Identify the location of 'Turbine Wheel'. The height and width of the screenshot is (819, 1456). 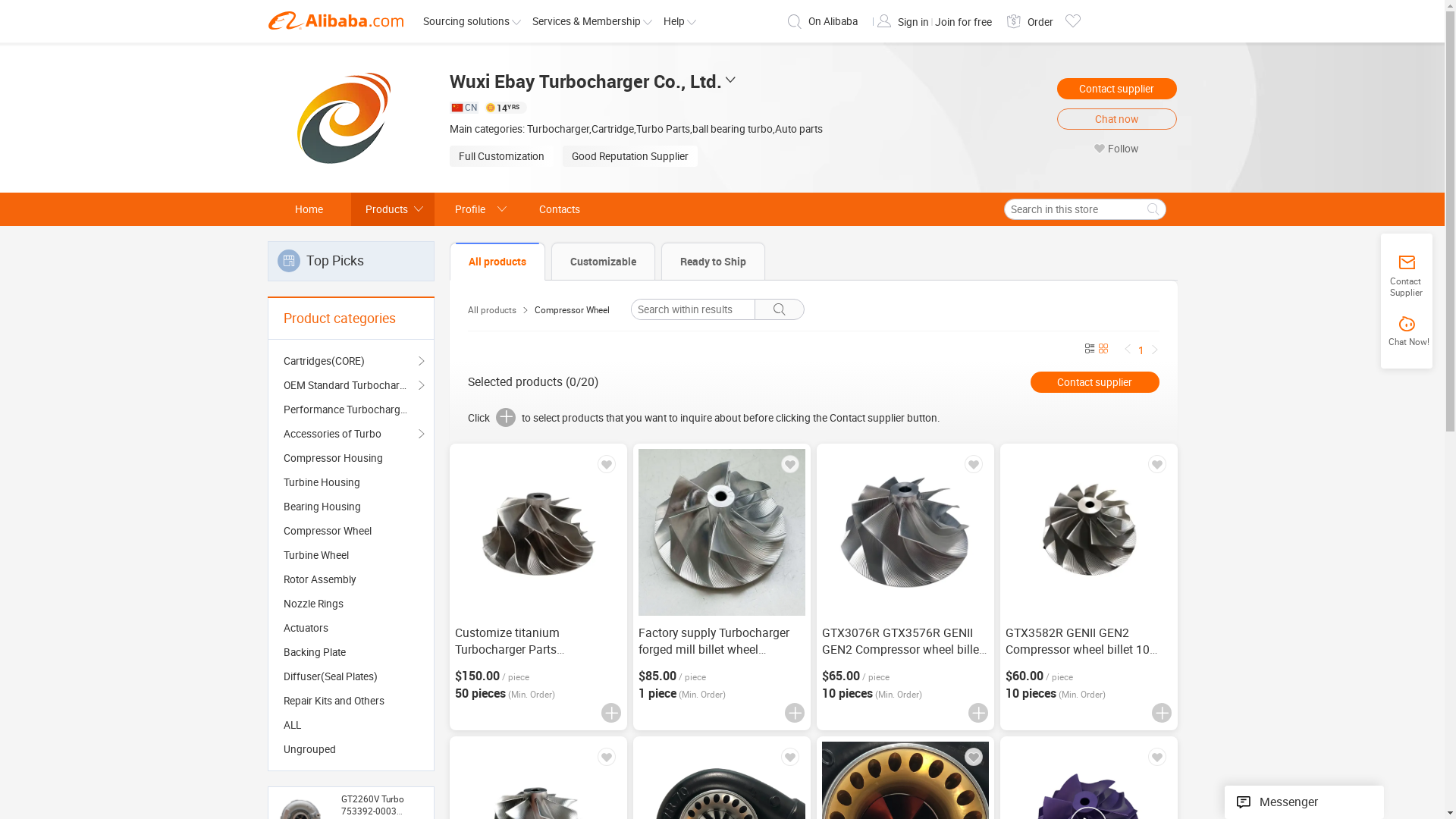
(350, 555).